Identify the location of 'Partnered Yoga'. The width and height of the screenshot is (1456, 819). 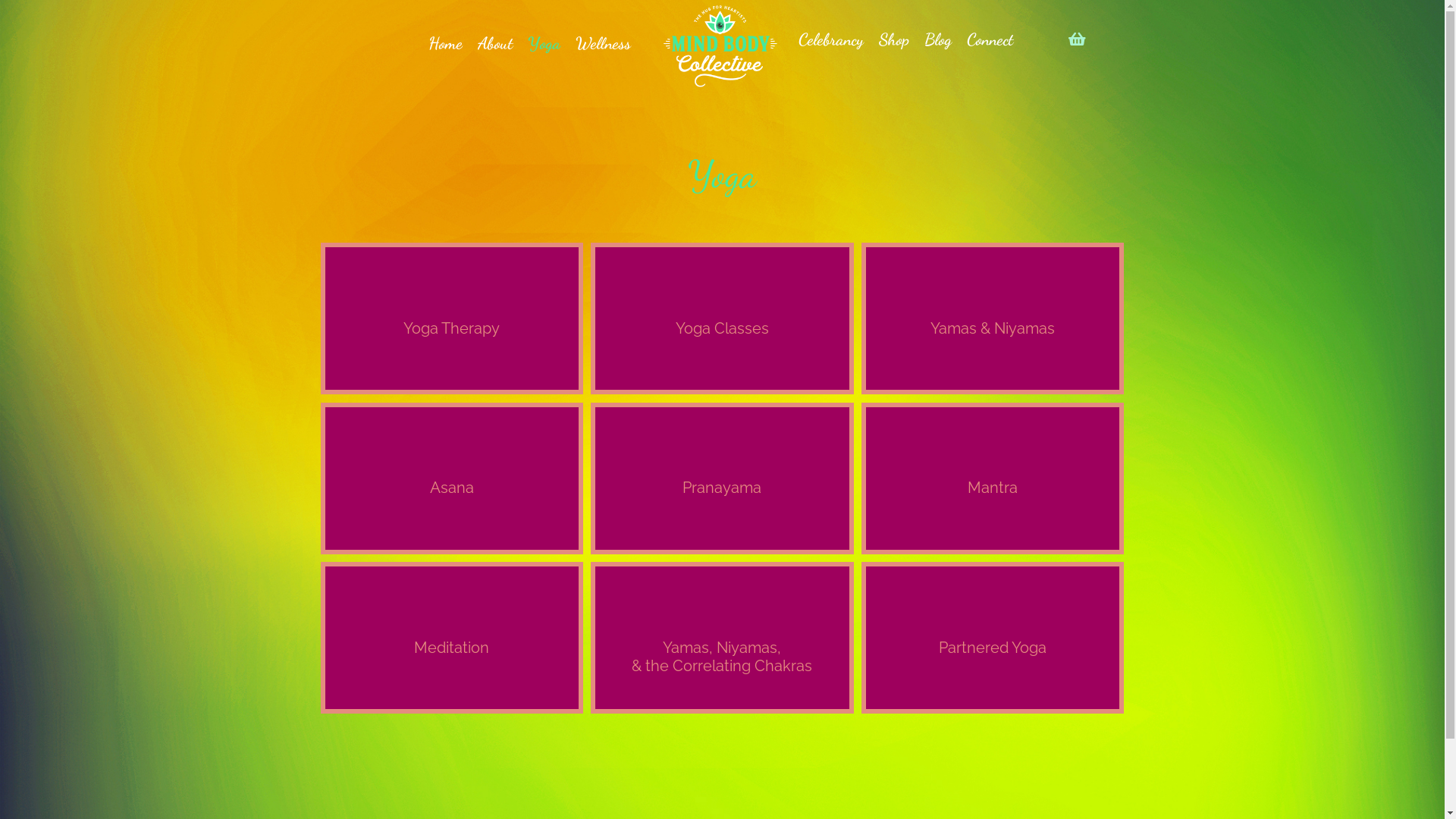
(993, 637).